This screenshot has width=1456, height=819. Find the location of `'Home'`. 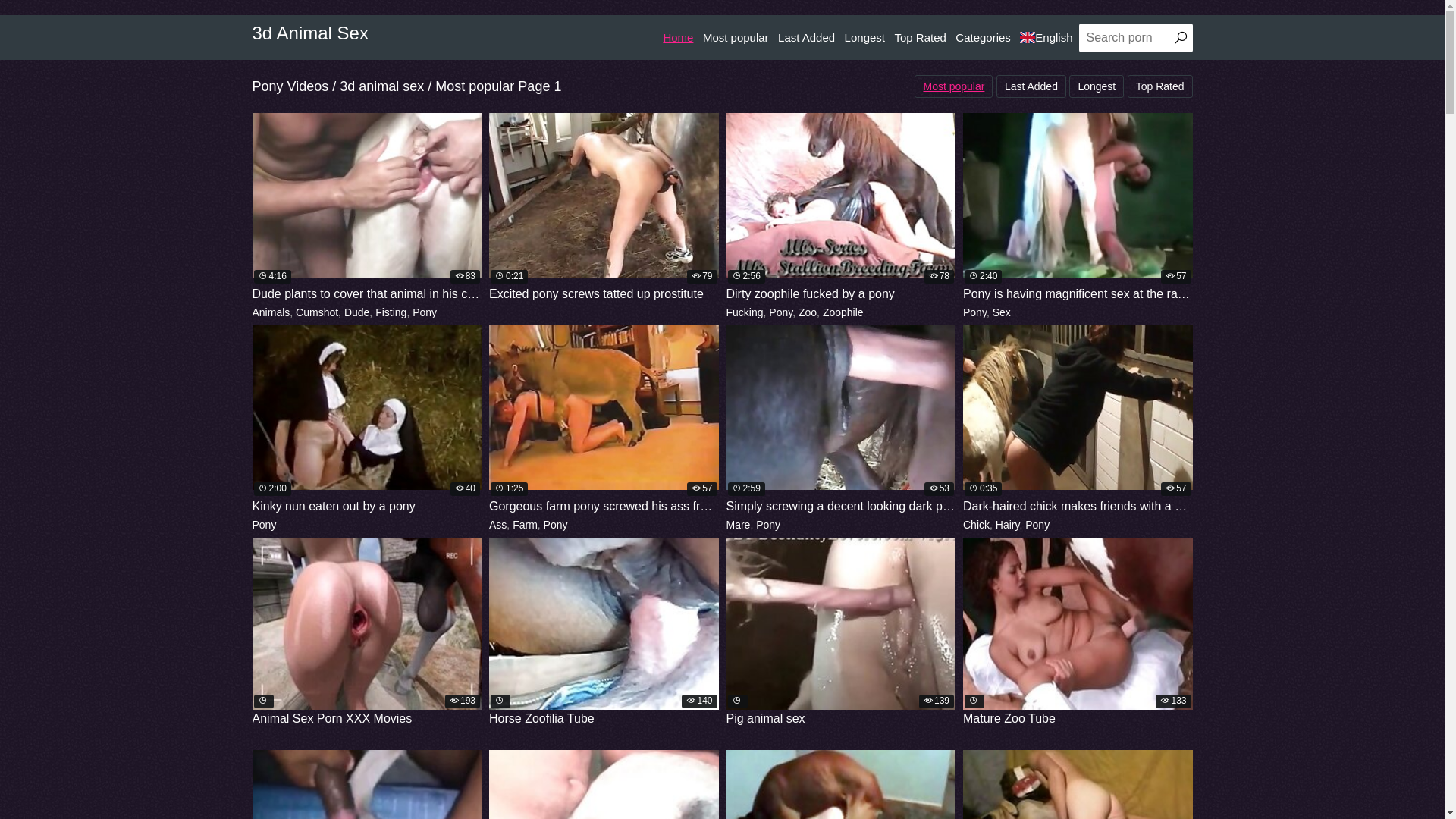

'Home' is located at coordinates (676, 37).